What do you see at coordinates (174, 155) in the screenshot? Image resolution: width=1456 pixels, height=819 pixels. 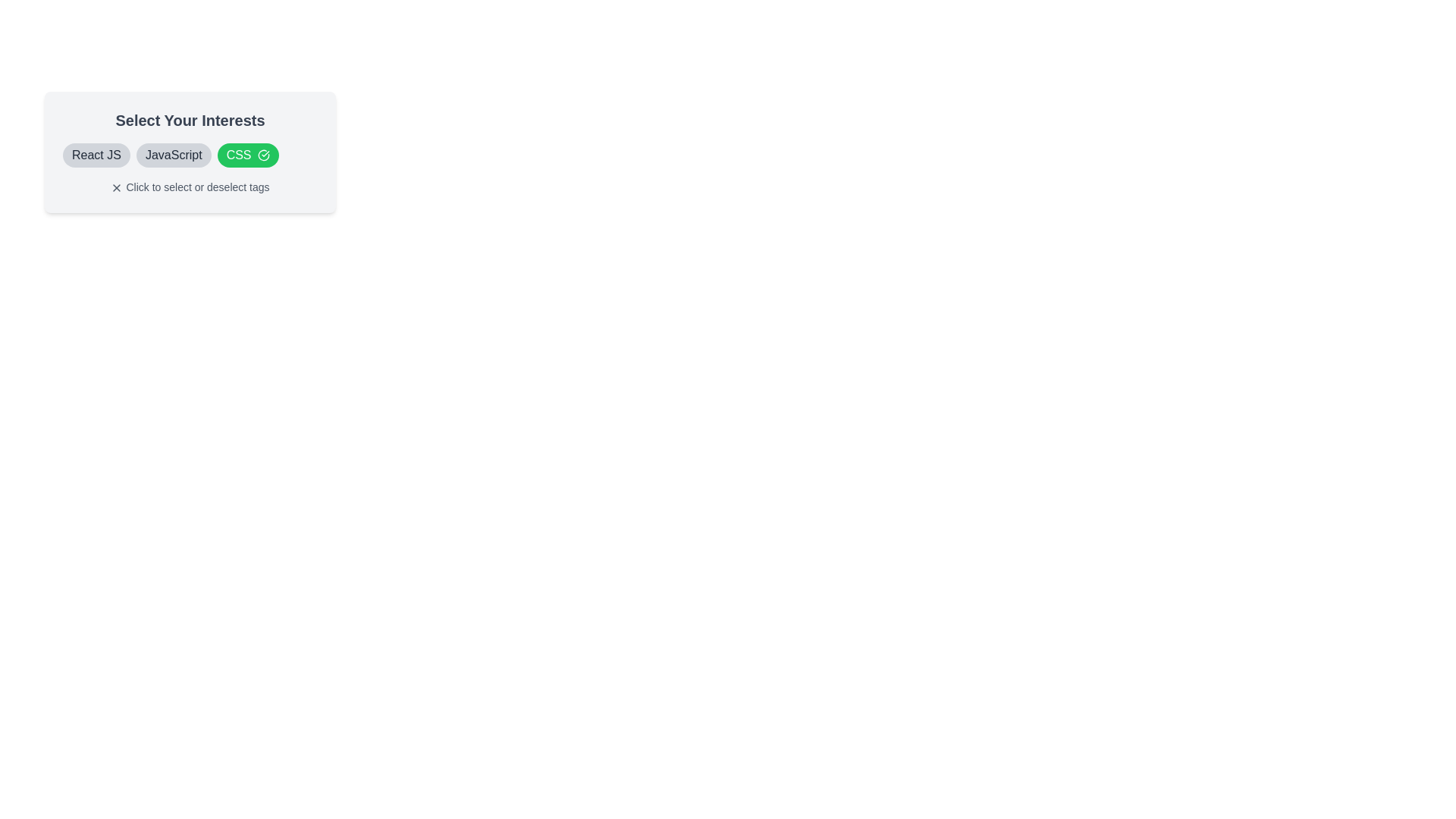 I see `the selectable tag button for 'JavaScript'` at bounding box center [174, 155].